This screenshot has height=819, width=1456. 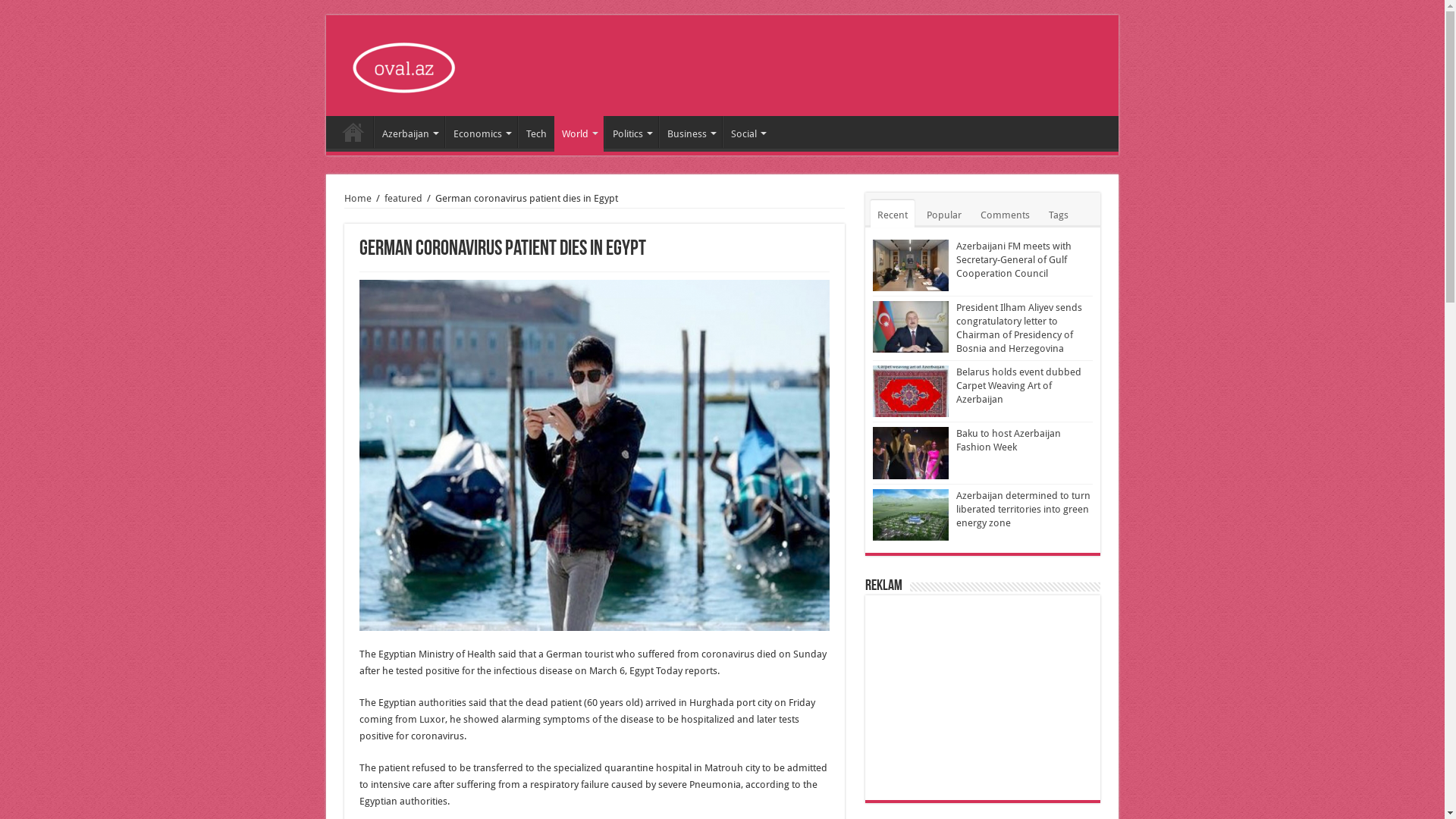 I want to click on 'Azerbaijan', so click(x=409, y=130).